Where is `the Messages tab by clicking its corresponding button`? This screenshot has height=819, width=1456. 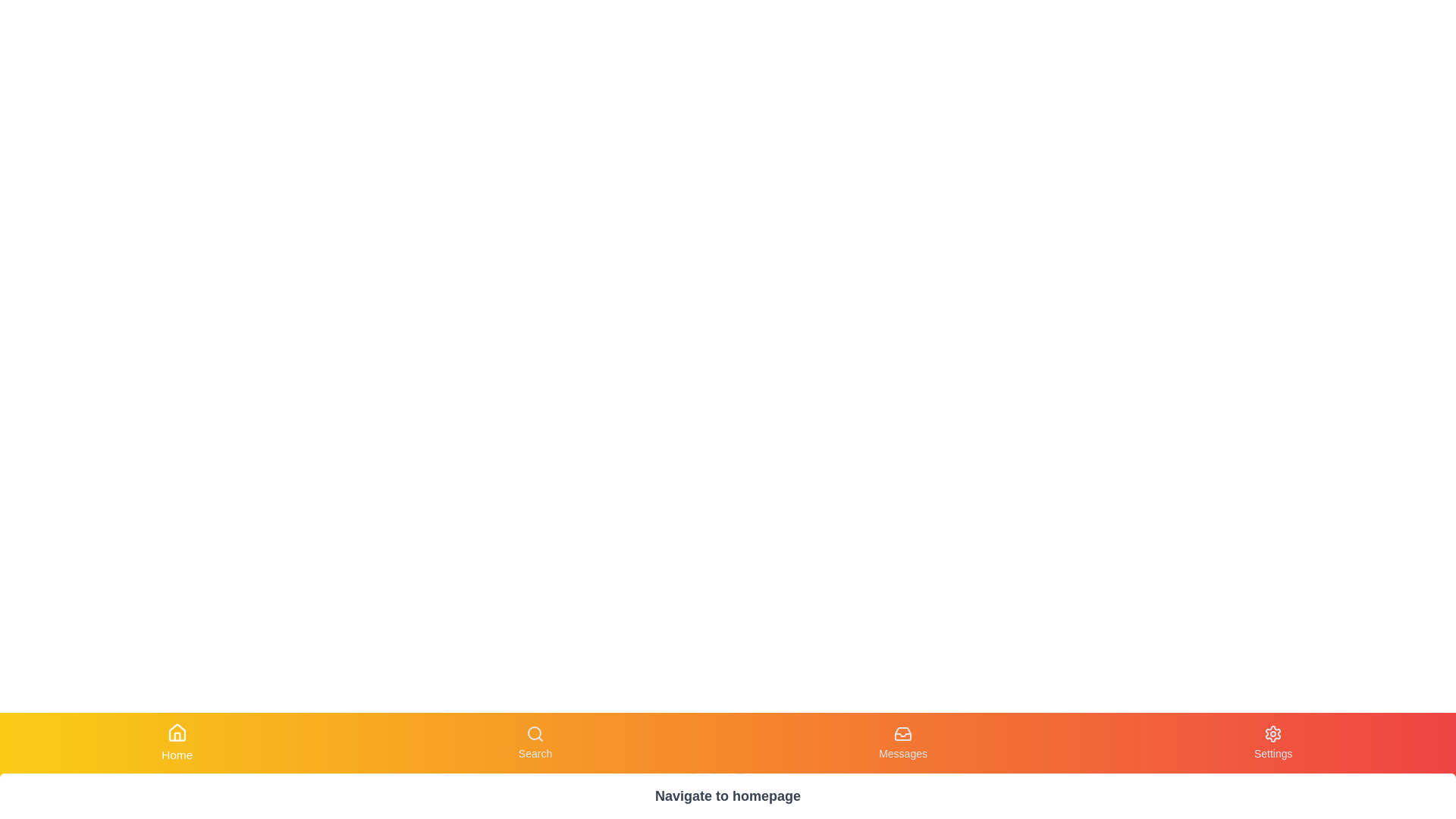 the Messages tab by clicking its corresponding button is located at coordinates (902, 742).